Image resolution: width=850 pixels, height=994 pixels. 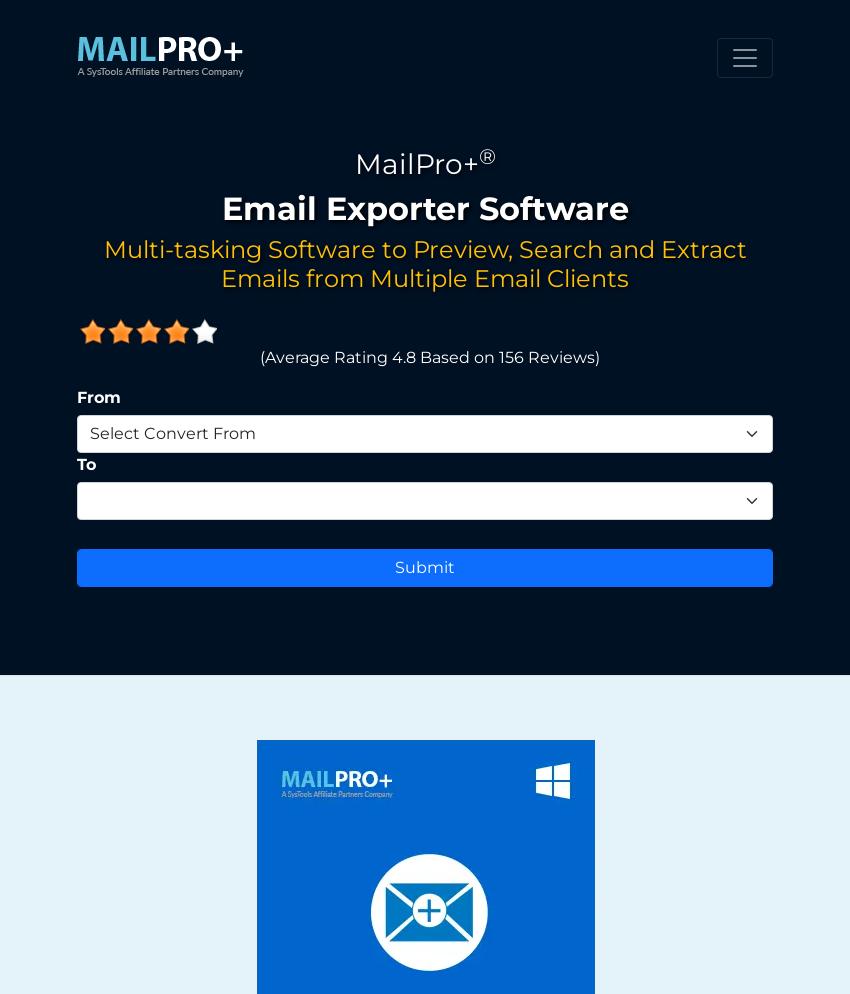 I want to click on 'Click on Add Collection', so click(x=223, y=51).